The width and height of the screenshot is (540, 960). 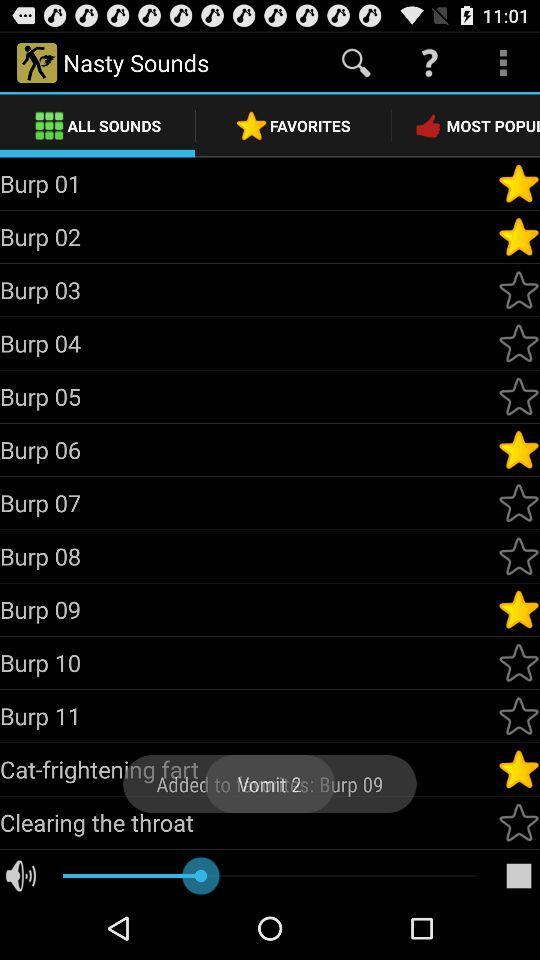 I want to click on star burp 08, so click(x=518, y=556).